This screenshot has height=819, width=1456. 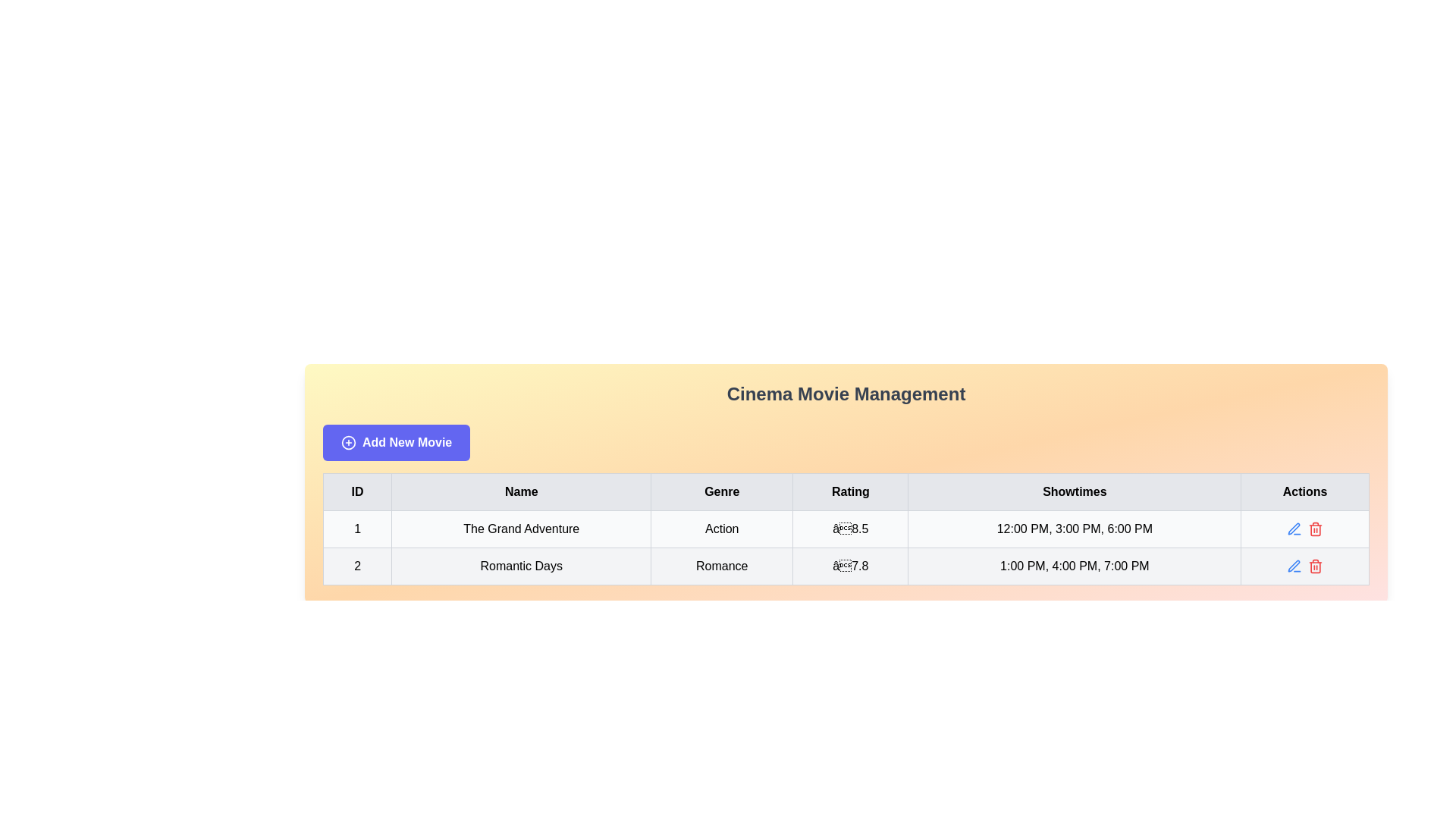 What do you see at coordinates (1304, 566) in the screenshot?
I see `the interactive action icons in the last column of the second row of the table` at bounding box center [1304, 566].